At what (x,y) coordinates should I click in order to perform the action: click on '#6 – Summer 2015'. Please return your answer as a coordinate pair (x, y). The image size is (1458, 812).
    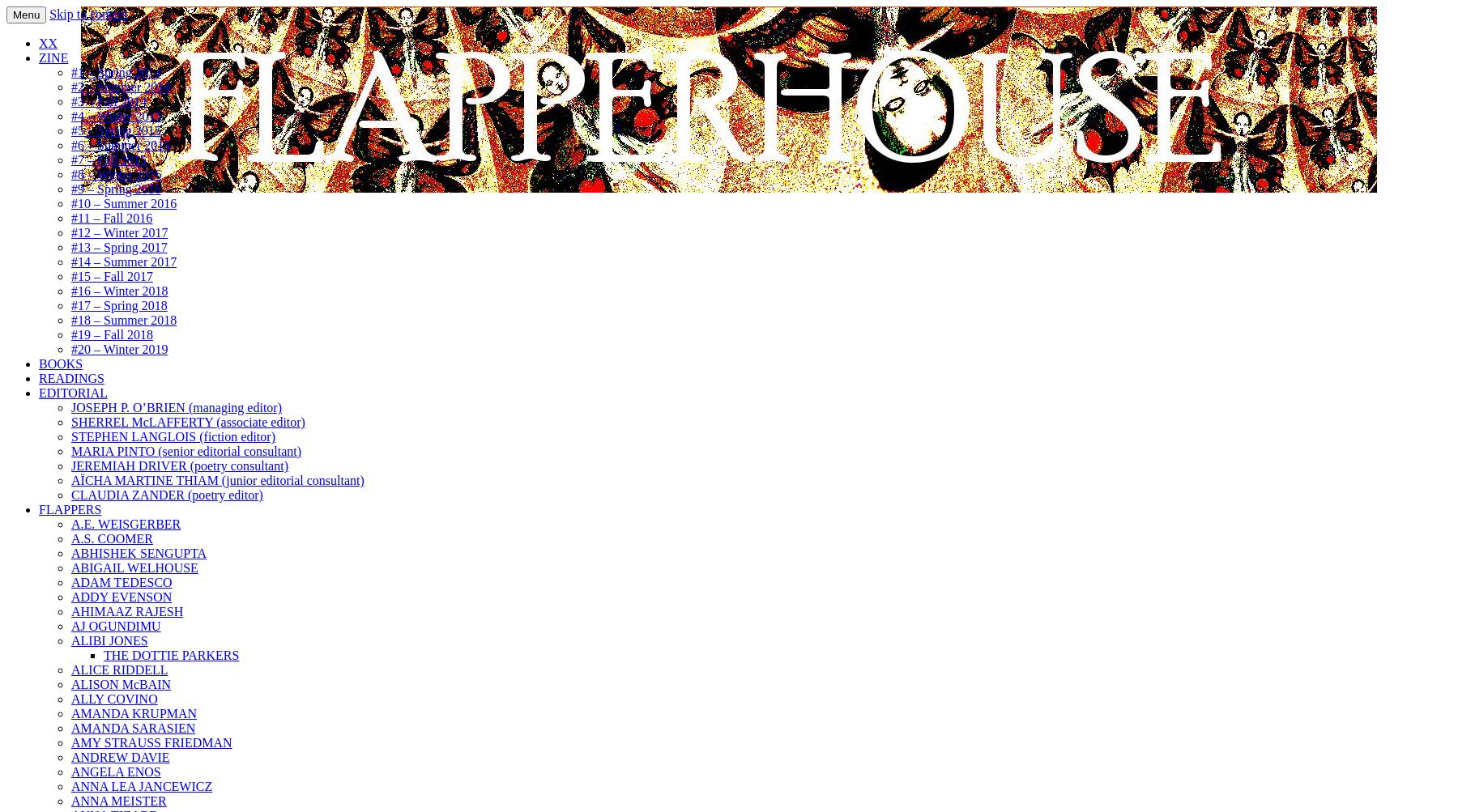
    Looking at the image, I should click on (121, 144).